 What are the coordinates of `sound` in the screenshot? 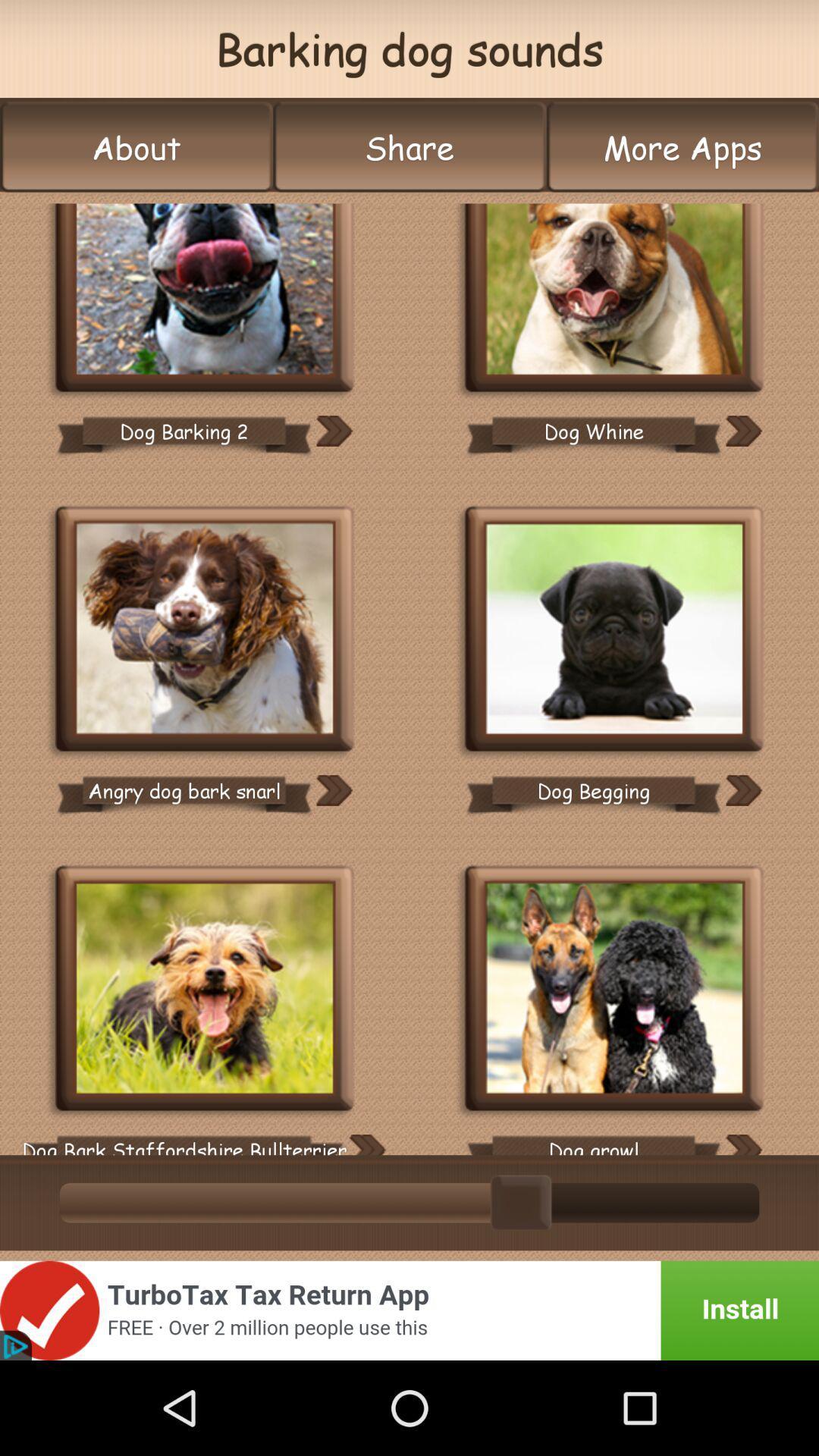 It's located at (366, 1144).